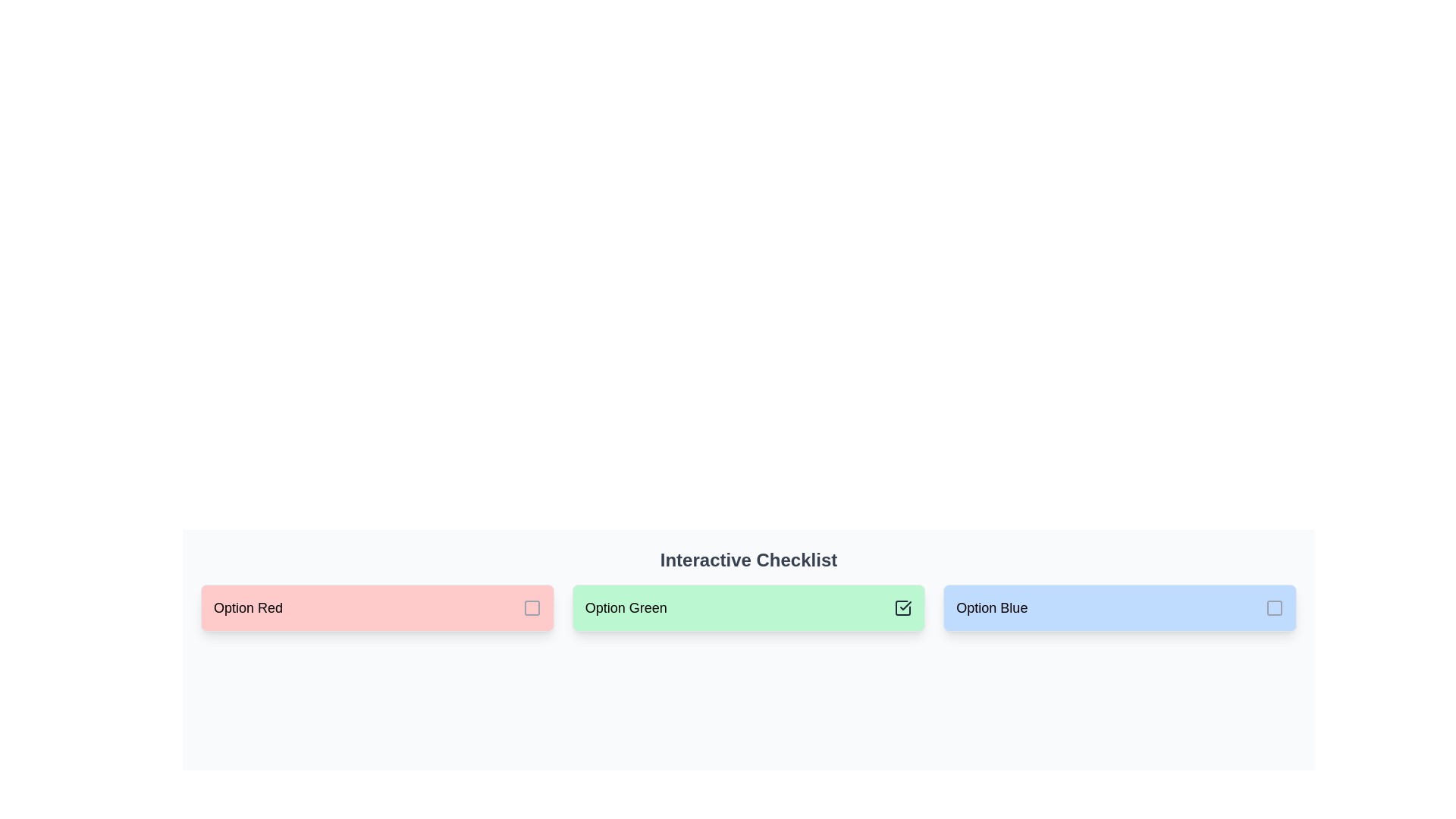 This screenshot has width=1456, height=819. I want to click on the interactive option labeled 'Option Green' in the selectable checklist interface, so click(748, 607).